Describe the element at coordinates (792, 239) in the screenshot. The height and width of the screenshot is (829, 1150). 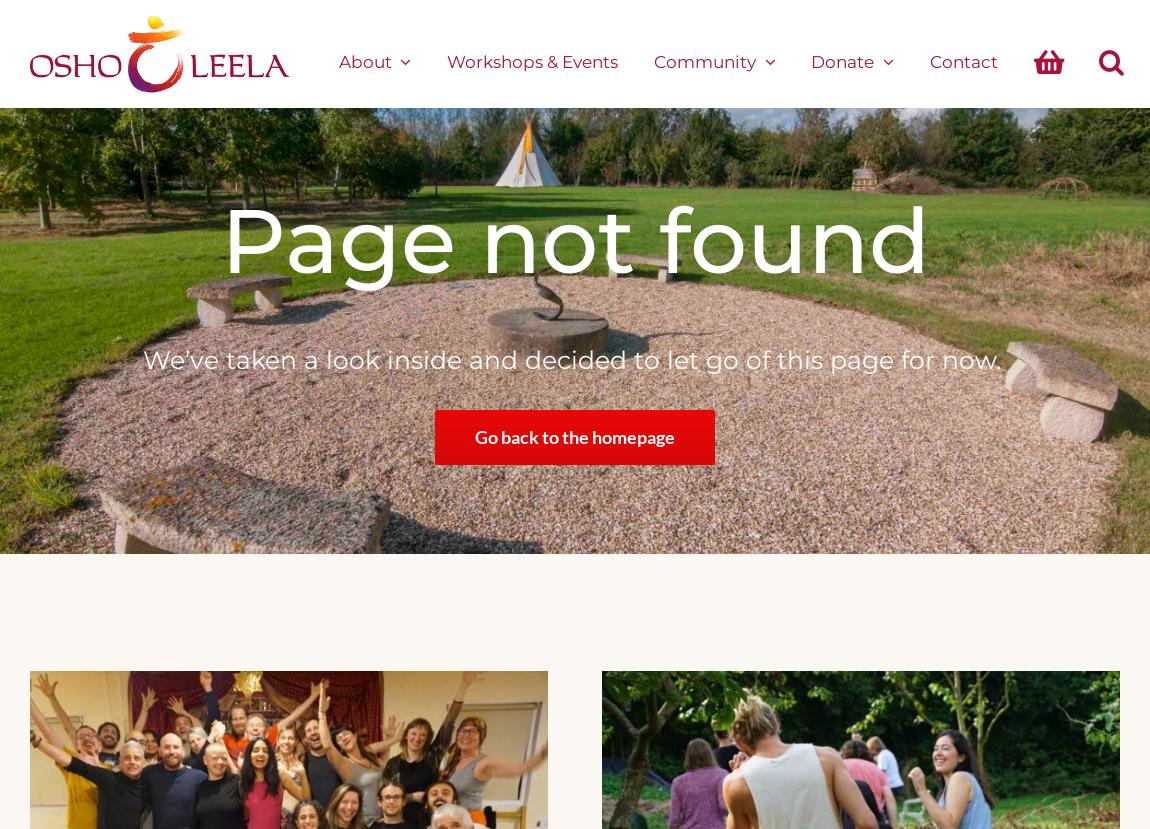
I see `'found'` at that location.